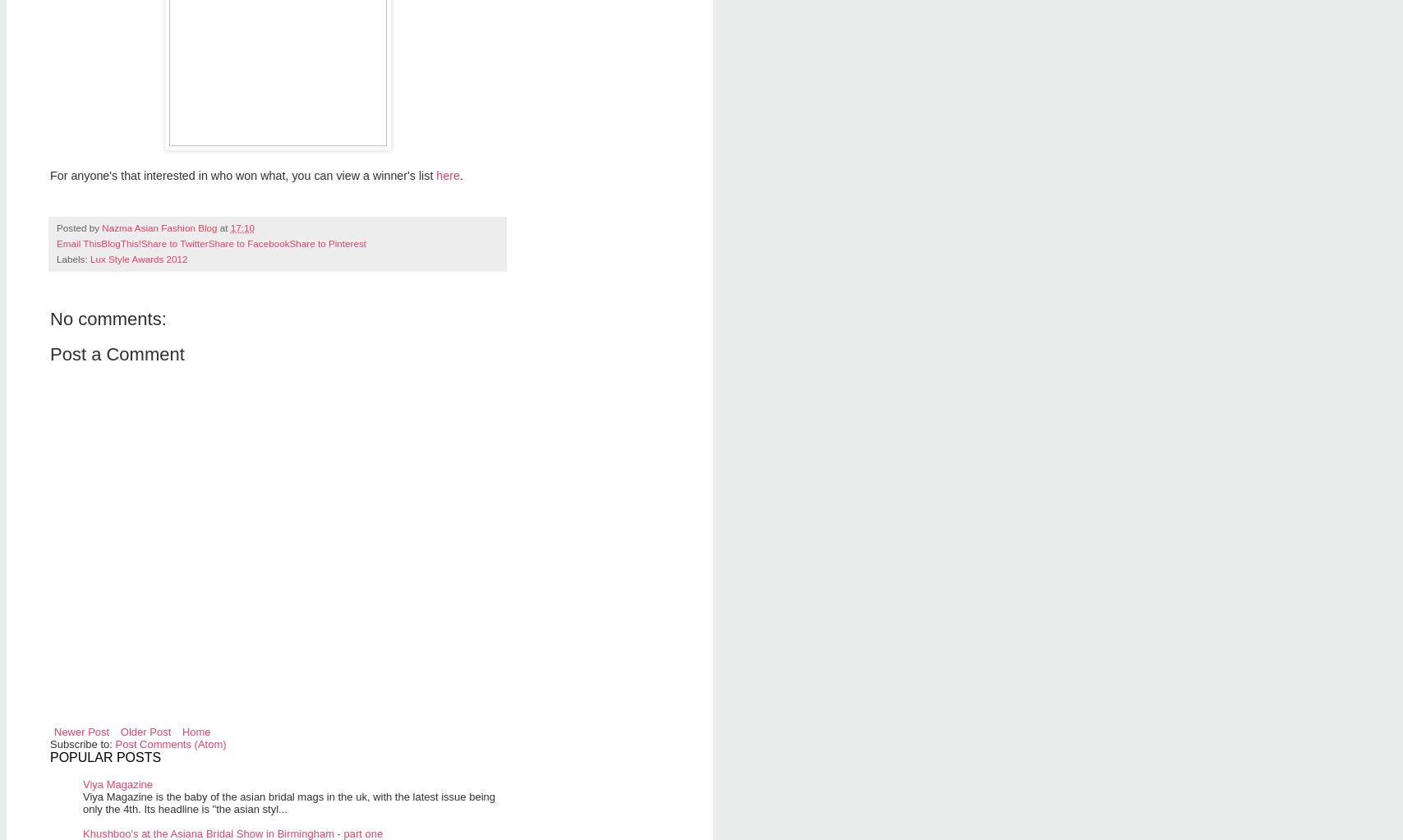 This screenshot has height=840, width=1403. Describe the element at coordinates (140, 241) in the screenshot. I see `'Share to Twitter'` at that location.